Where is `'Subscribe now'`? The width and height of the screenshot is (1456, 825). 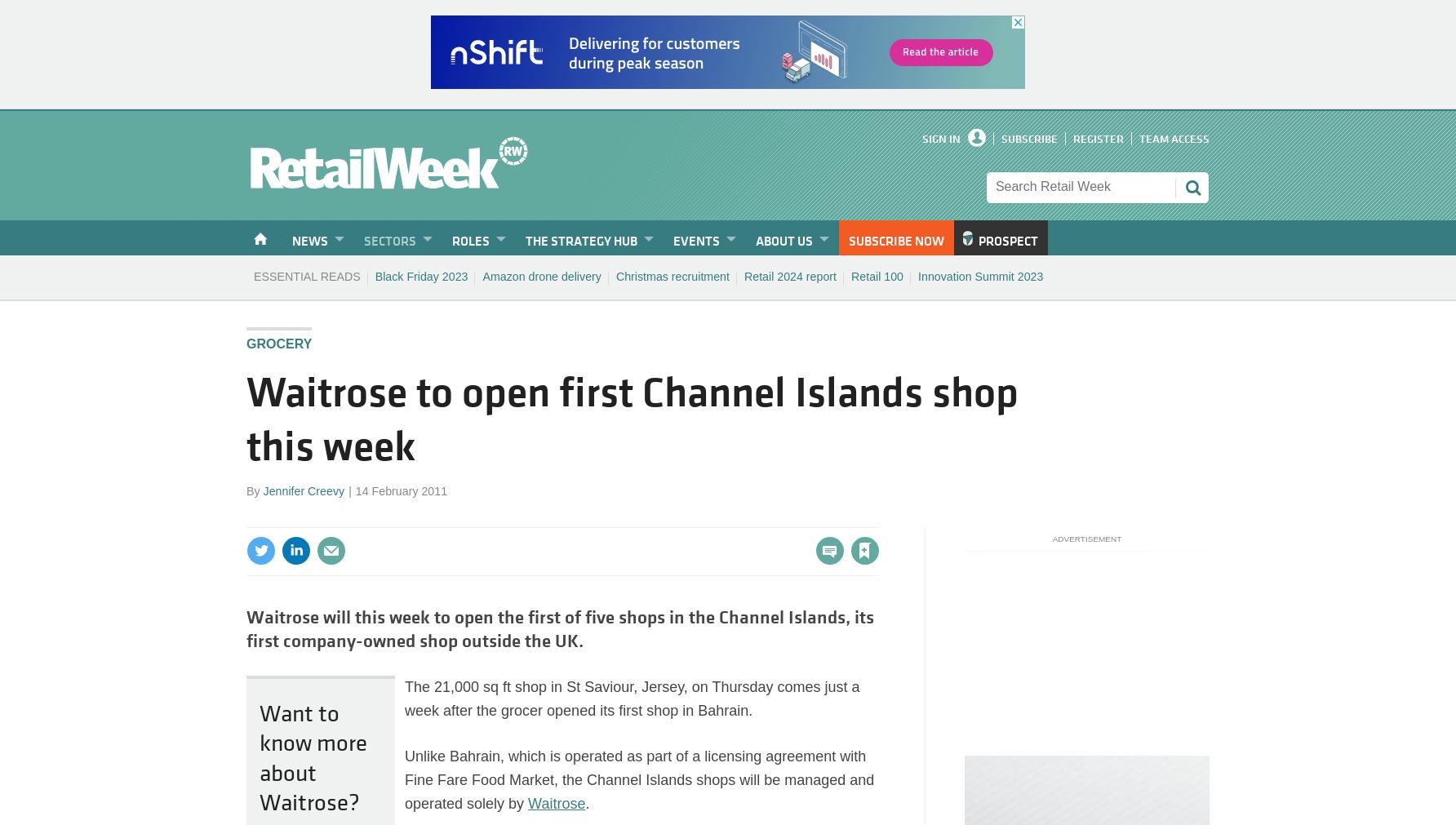 'Subscribe now' is located at coordinates (895, 241).